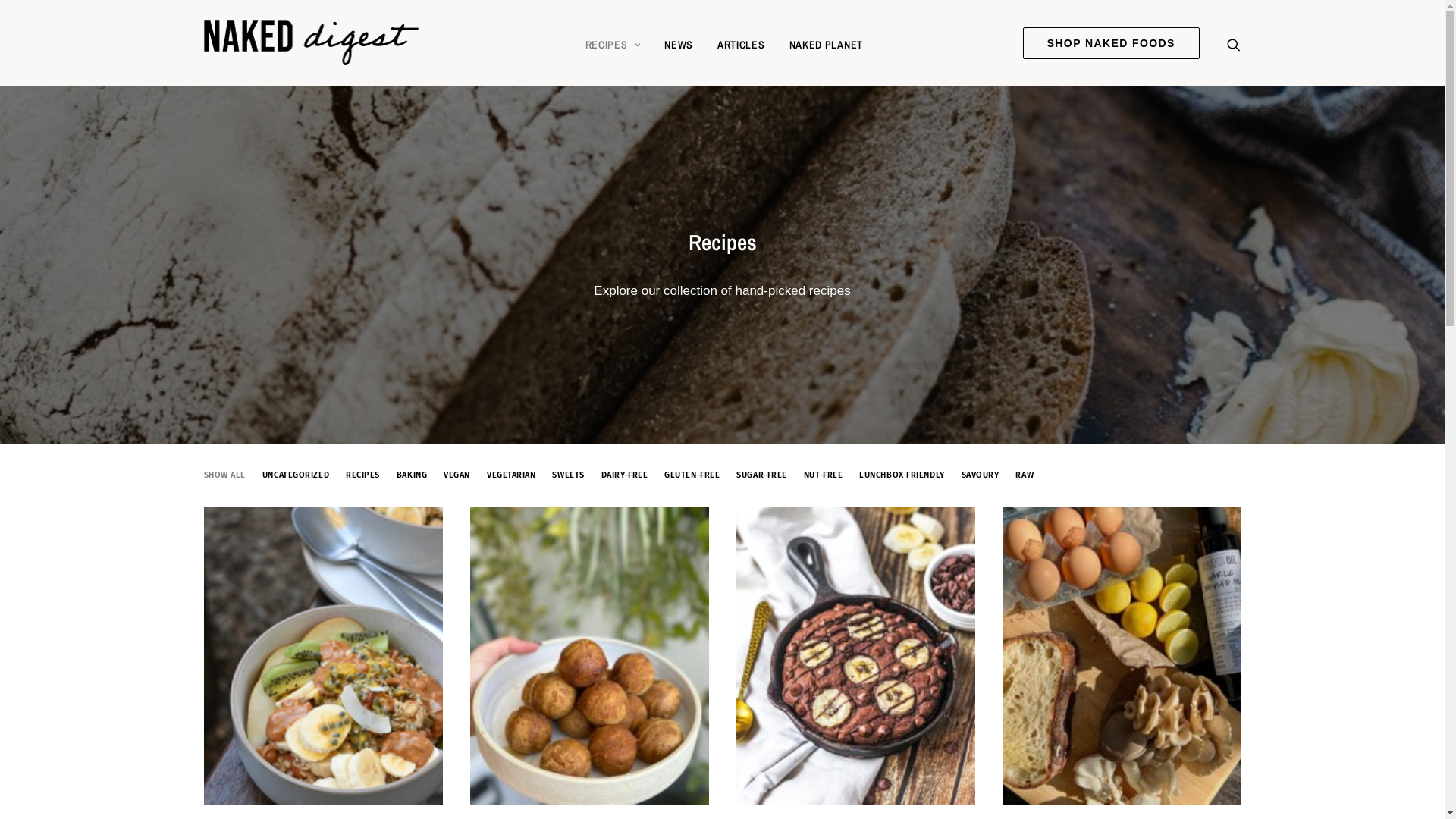 This screenshot has width=1456, height=819. I want to click on 'NUT-FREE', so click(822, 474).